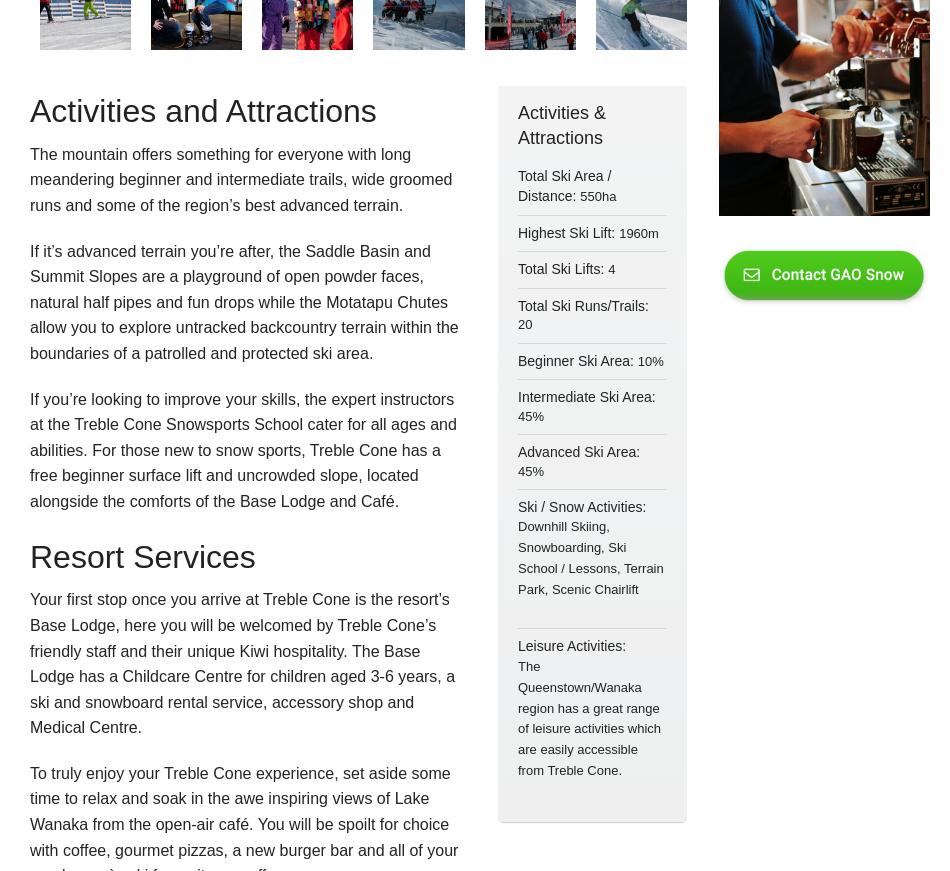  Describe the element at coordinates (562, 268) in the screenshot. I see `'Total Ski Lifts:'` at that location.